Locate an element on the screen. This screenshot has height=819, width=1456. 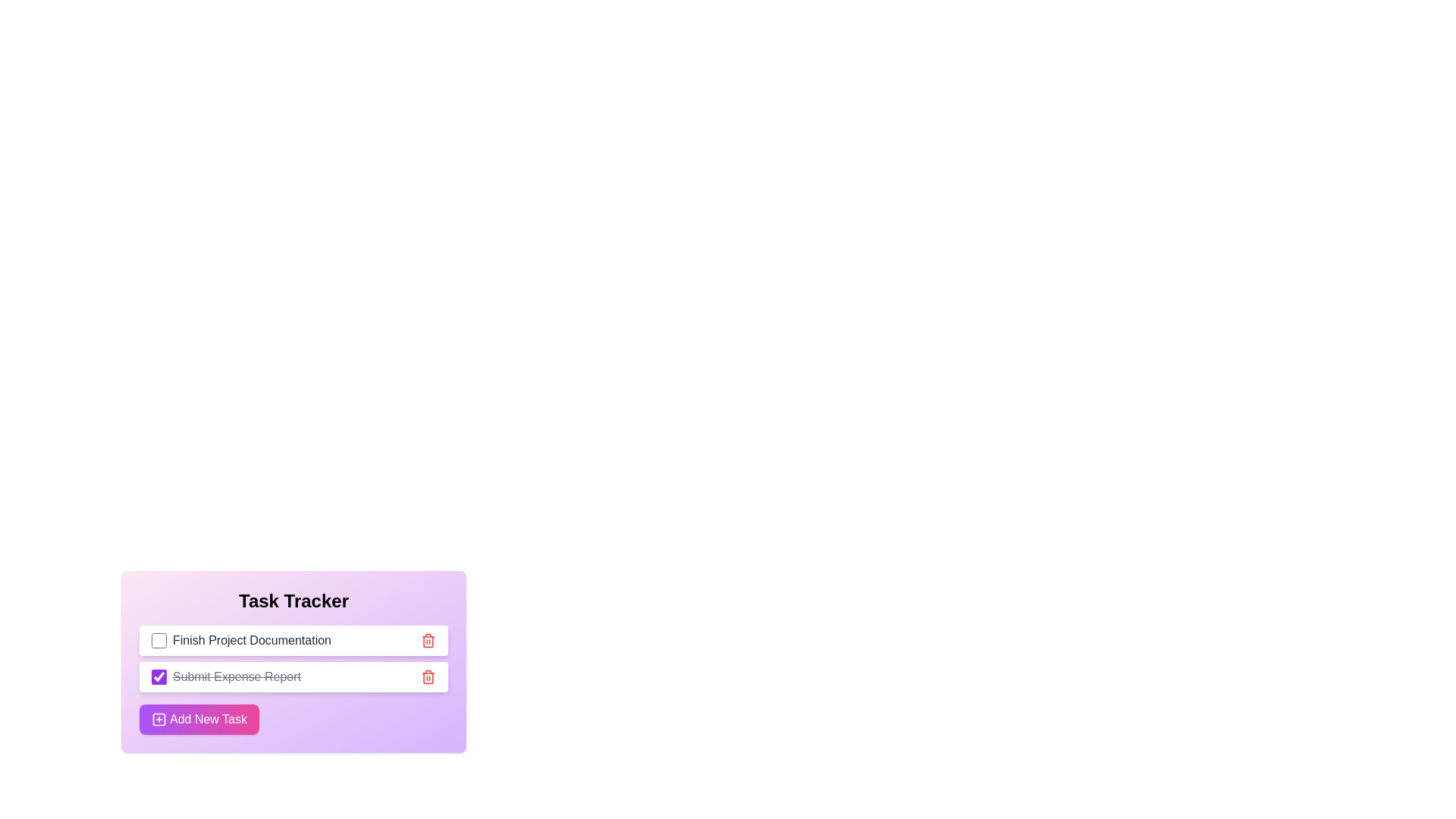
the SVG graphical element shaped like a square with rounded corners, located to the left of the 'Add New Task' button is located at coordinates (159, 718).